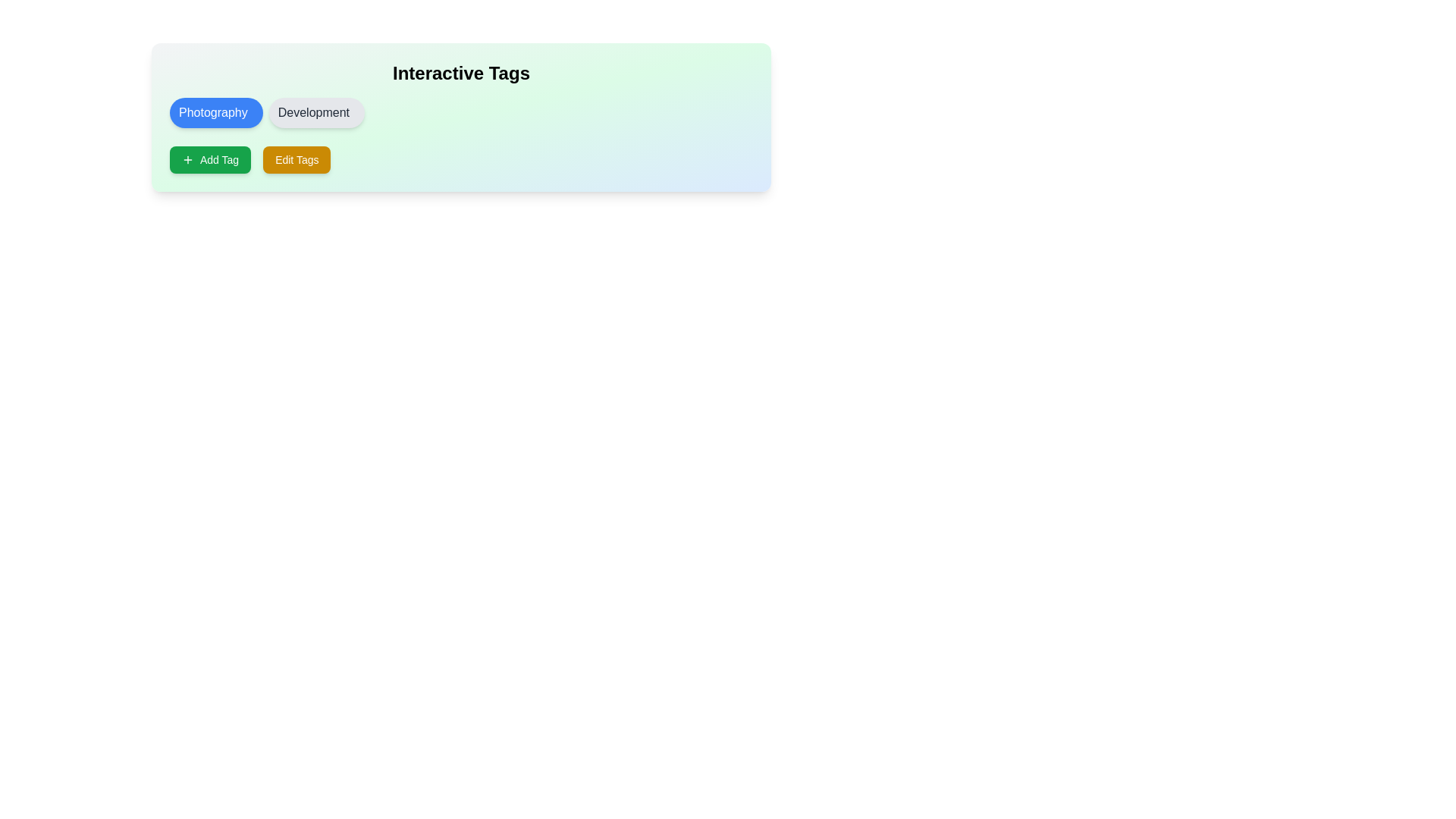 The width and height of the screenshot is (1456, 819). I want to click on the medium-sized rectangular button with rounded corners, styled with a yellow background and white bold text reading 'Edit Tags', located immediately to the right of the green button labeled 'Add Tag', so click(297, 160).